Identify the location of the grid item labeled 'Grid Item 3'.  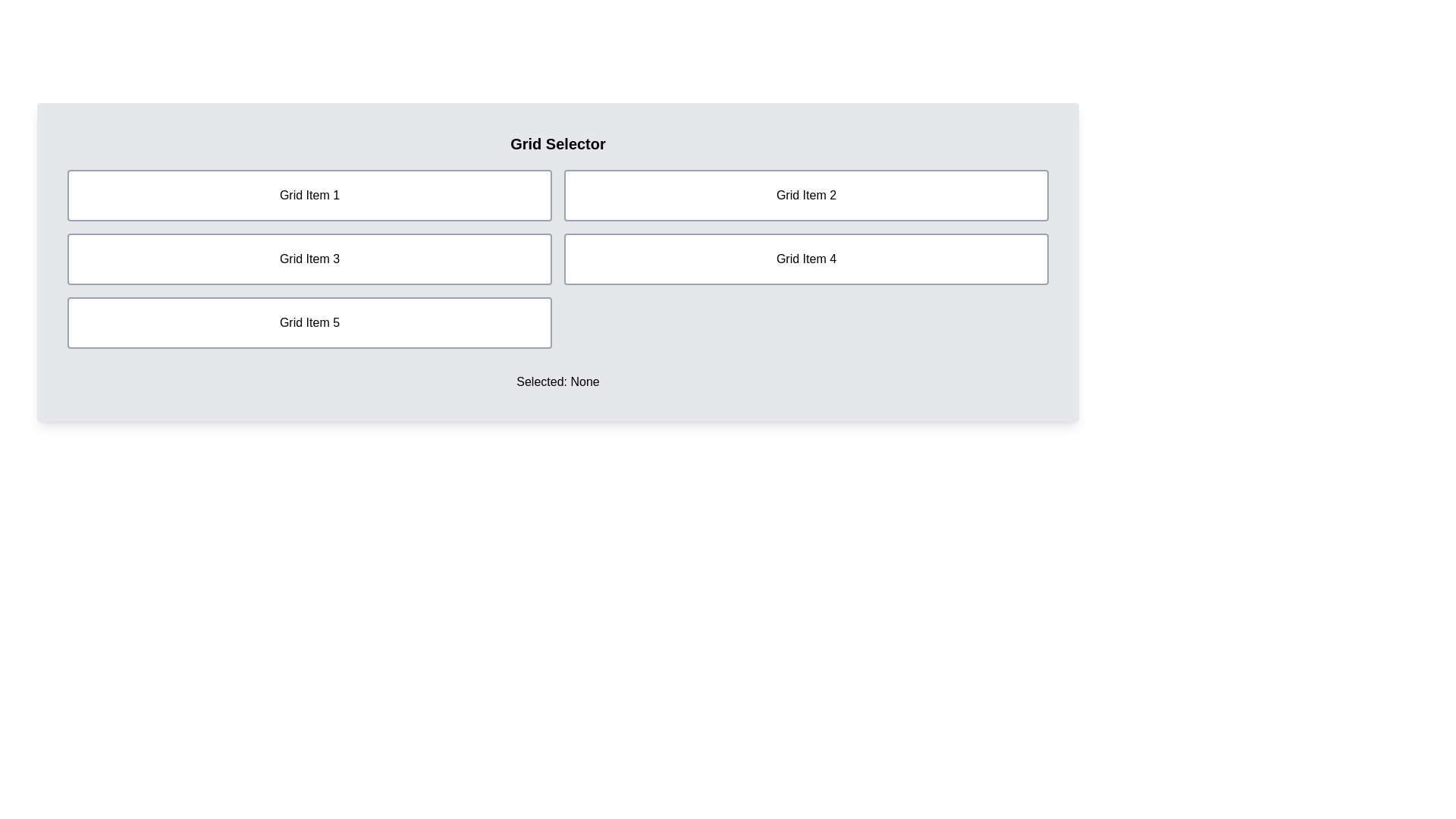
(309, 259).